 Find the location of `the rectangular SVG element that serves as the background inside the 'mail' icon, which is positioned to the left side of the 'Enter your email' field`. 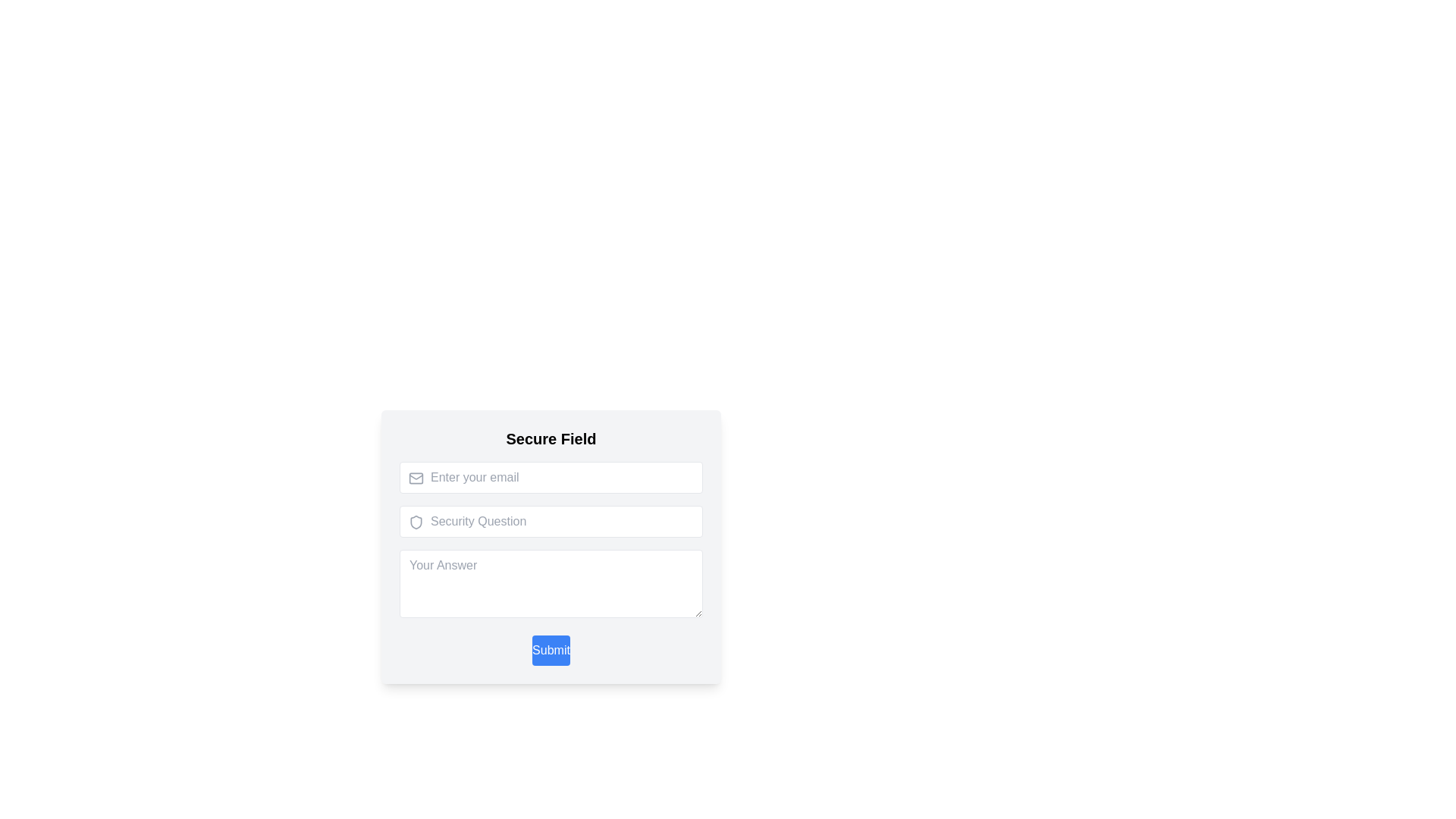

the rectangular SVG element that serves as the background inside the 'mail' icon, which is positioned to the left side of the 'Enter your email' field is located at coordinates (416, 479).